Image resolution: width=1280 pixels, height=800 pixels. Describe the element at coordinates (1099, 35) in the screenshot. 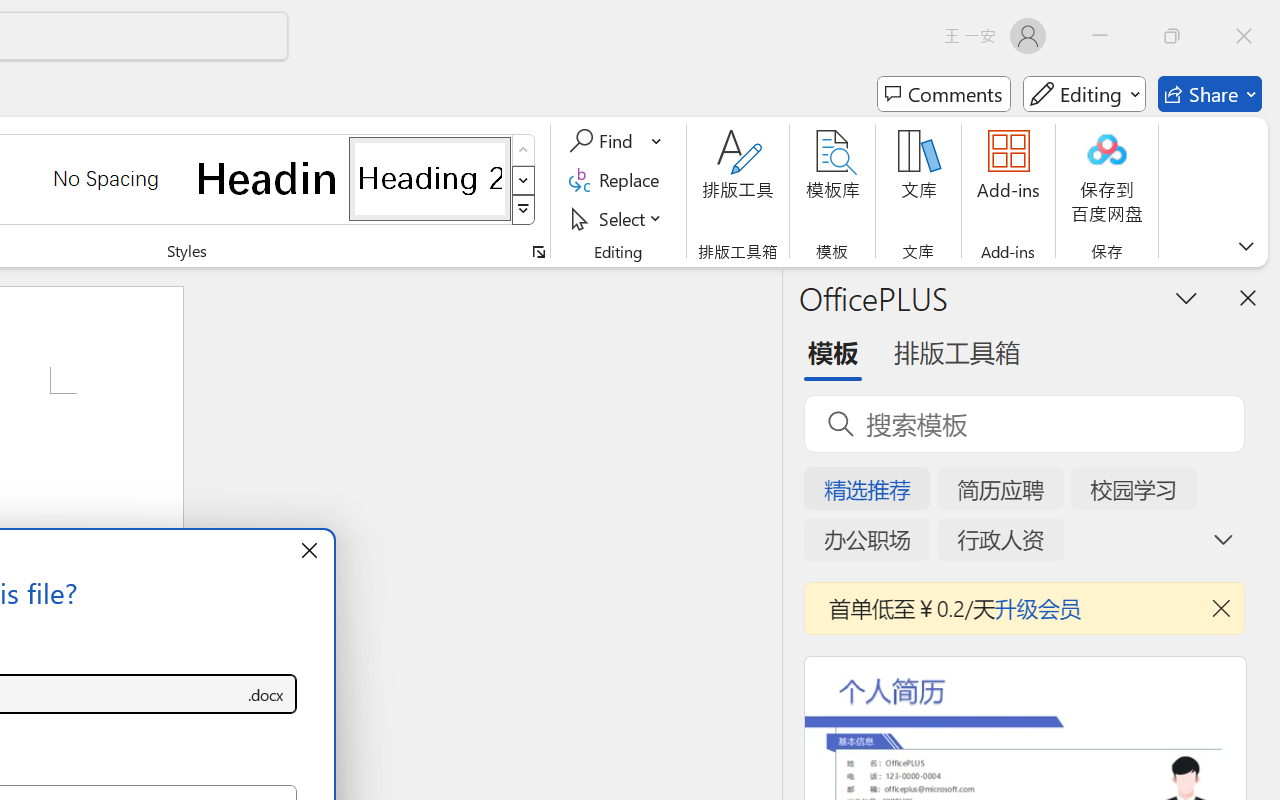

I see `'Minimize'` at that location.